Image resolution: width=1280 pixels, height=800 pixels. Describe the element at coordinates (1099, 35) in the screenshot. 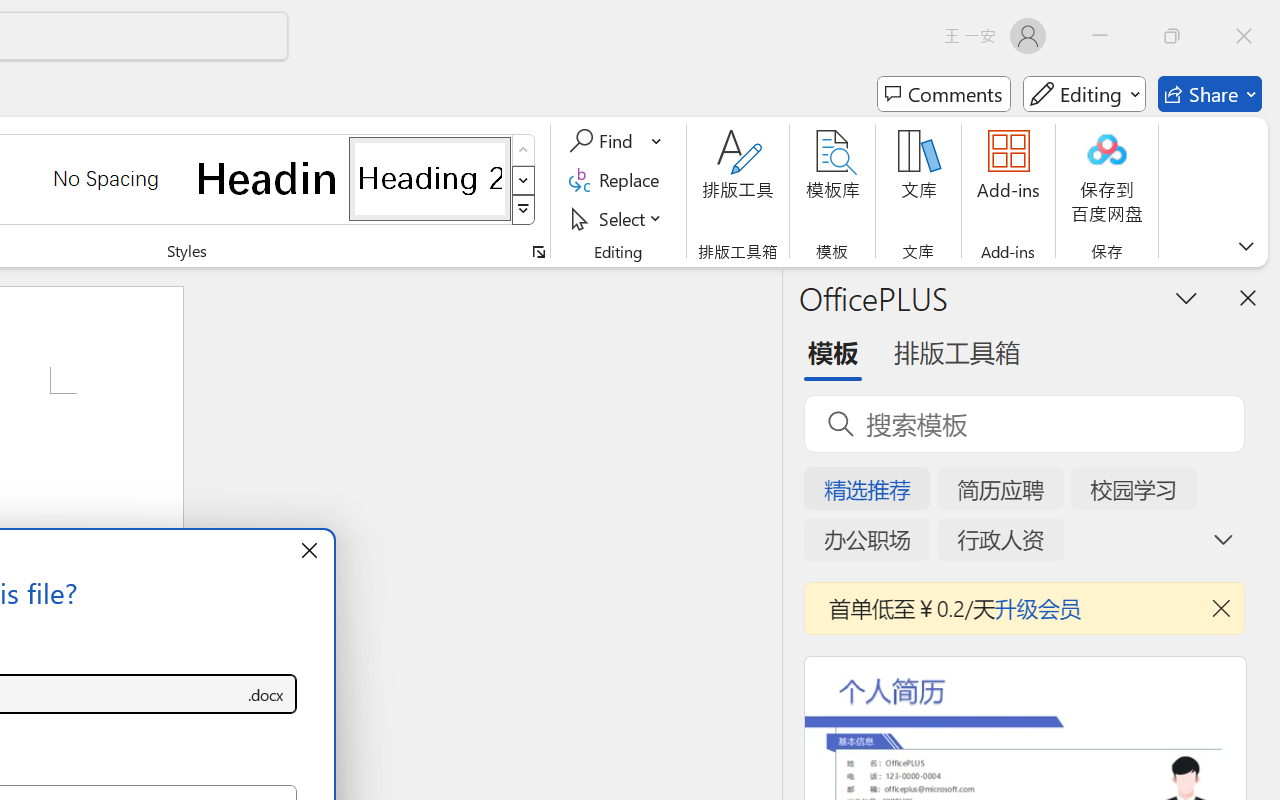

I see `'Minimize'` at that location.